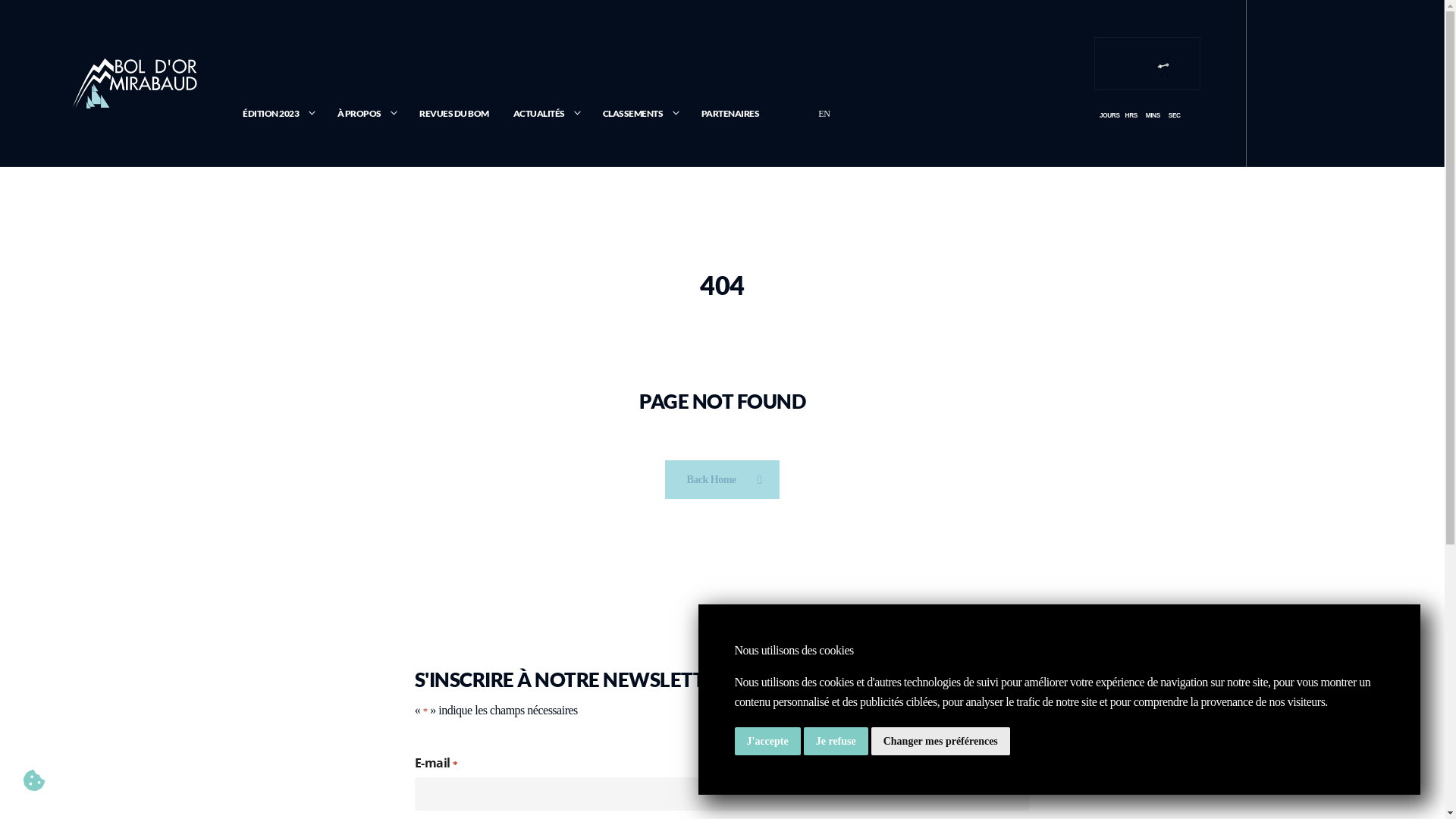 Image resolution: width=1456 pixels, height=819 pixels. What do you see at coordinates (767, 740) in the screenshot?
I see `'J'accepte'` at bounding box center [767, 740].